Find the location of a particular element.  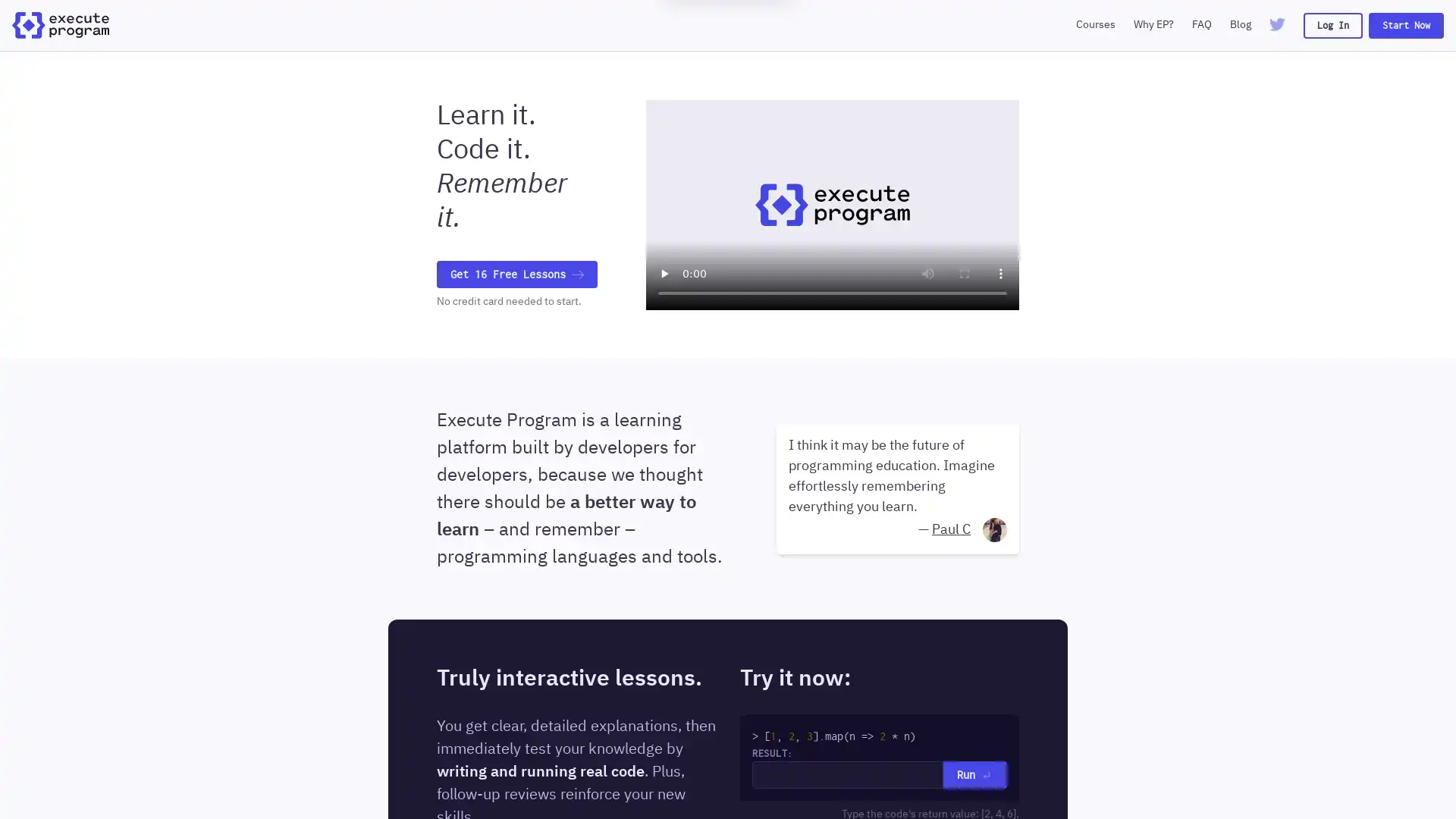

play is located at coordinates (664, 271).